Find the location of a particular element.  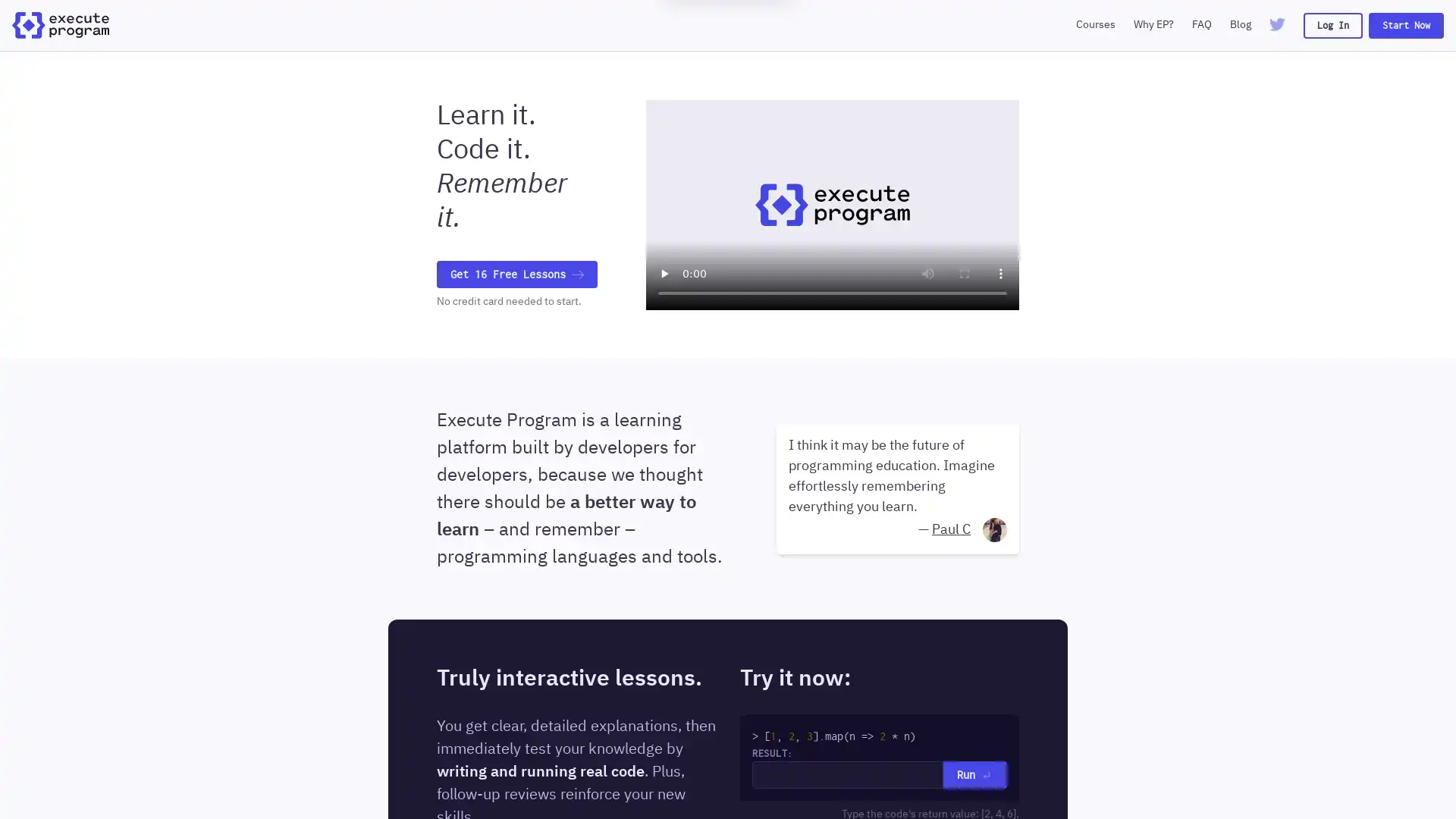

play is located at coordinates (664, 271).